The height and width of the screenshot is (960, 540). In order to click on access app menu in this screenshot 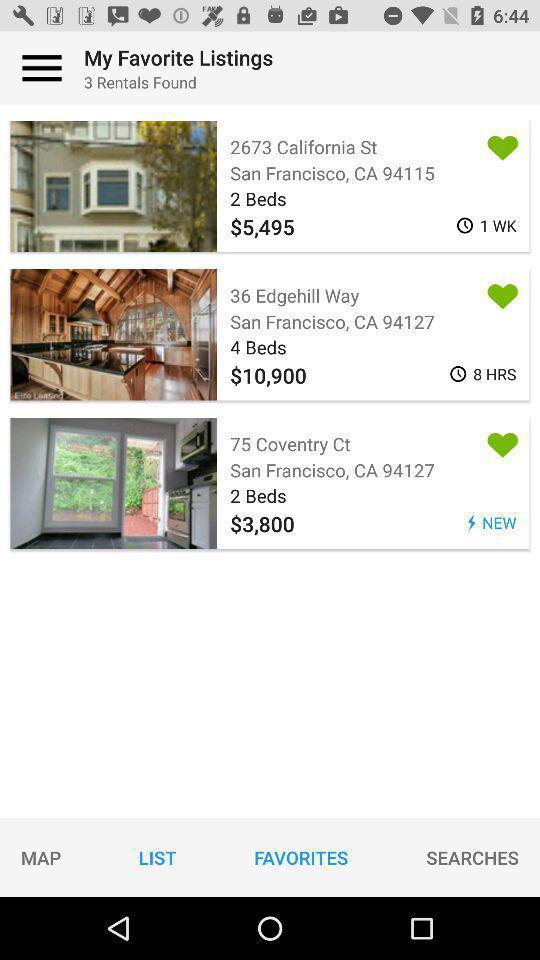, I will do `click(42, 68)`.